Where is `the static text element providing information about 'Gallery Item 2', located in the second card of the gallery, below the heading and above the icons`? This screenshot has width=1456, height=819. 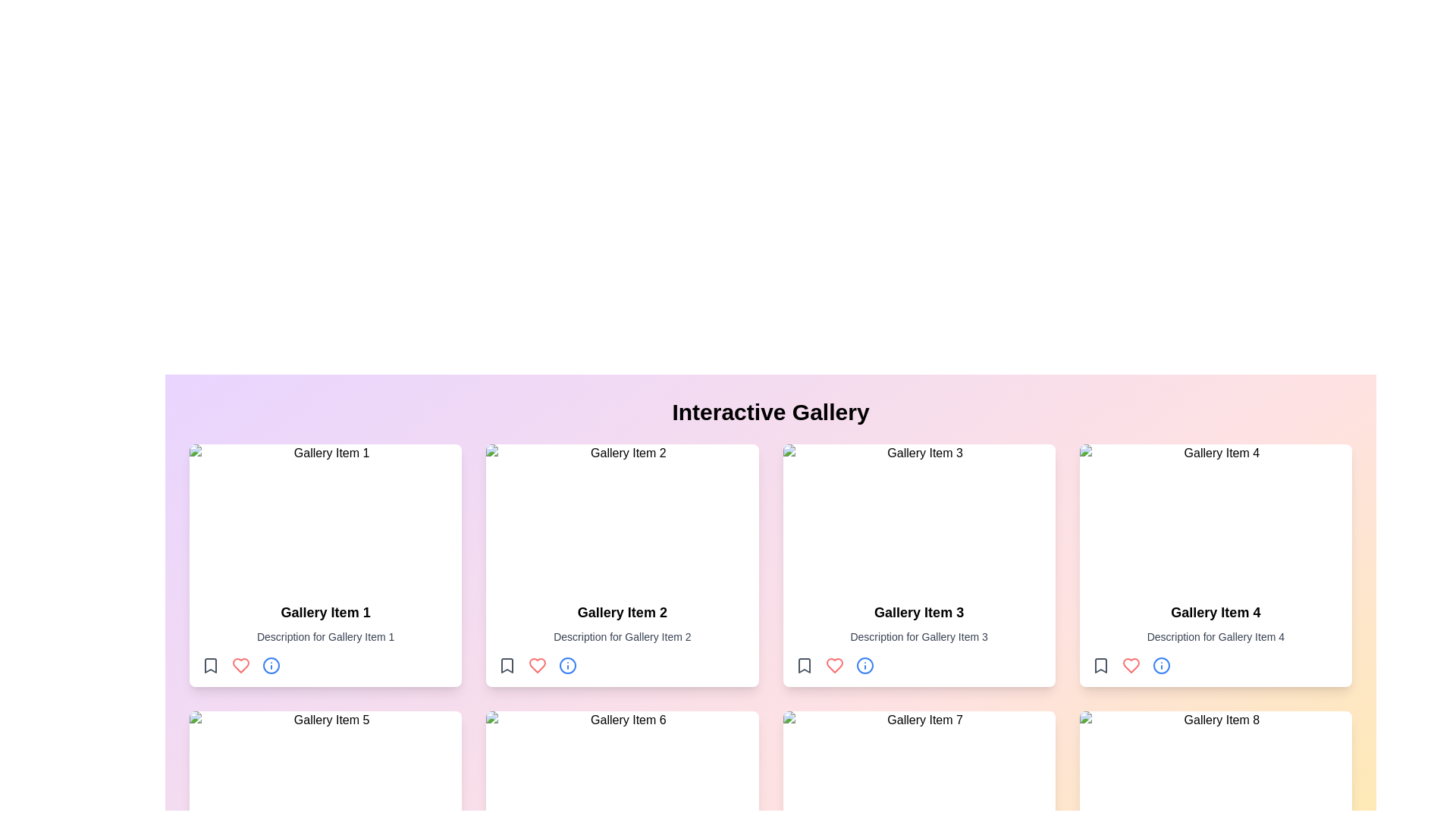
the static text element providing information about 'Gallery Item 2', located in the second card of the gallery, below the heading and above the icons is located at coordinates (622, 637).